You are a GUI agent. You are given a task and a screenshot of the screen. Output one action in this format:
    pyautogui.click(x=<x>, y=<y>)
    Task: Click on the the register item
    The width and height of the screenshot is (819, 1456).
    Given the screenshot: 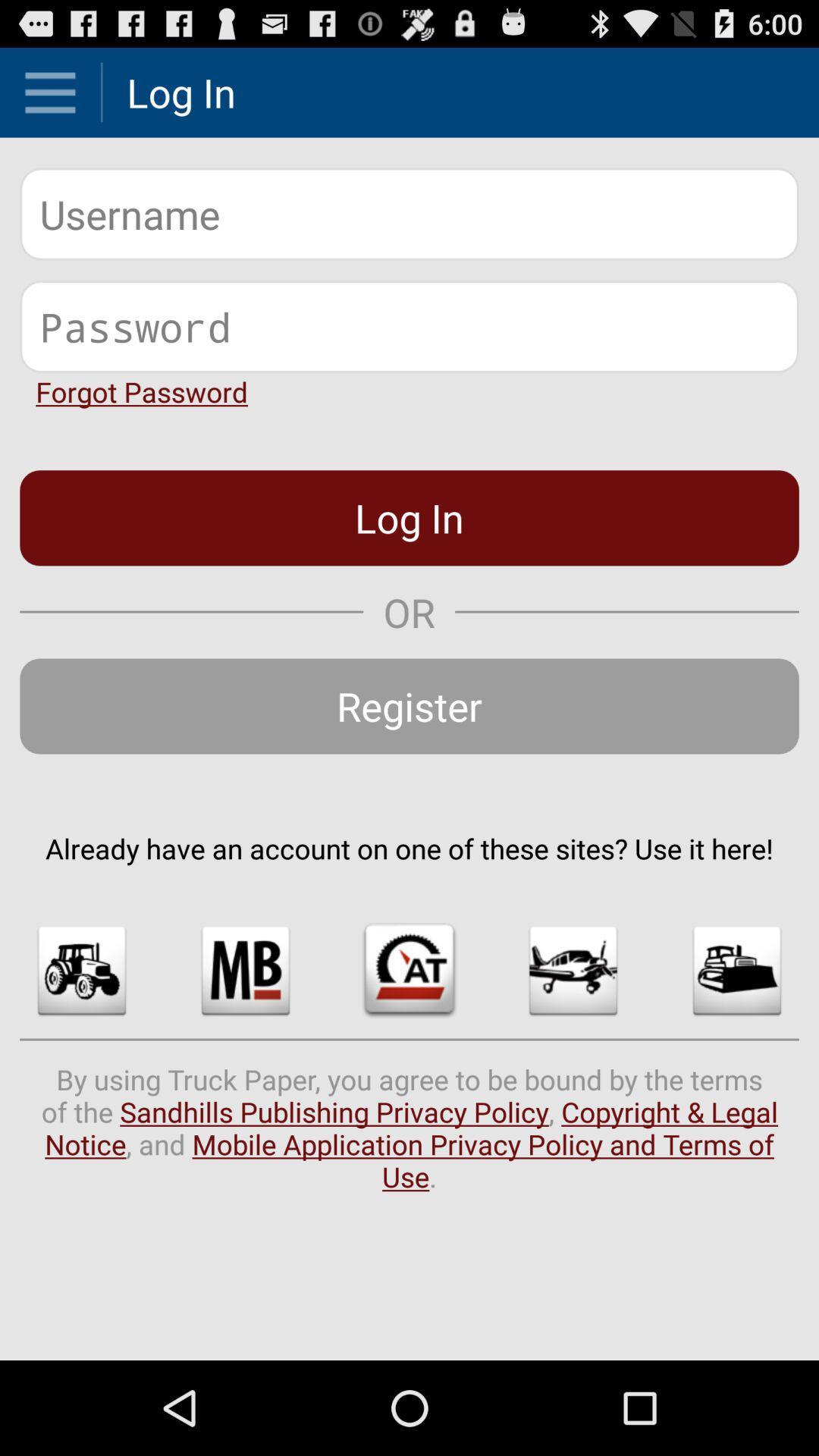 What is the action you would take?
    pyautogui.click(x=409, y=705)
    